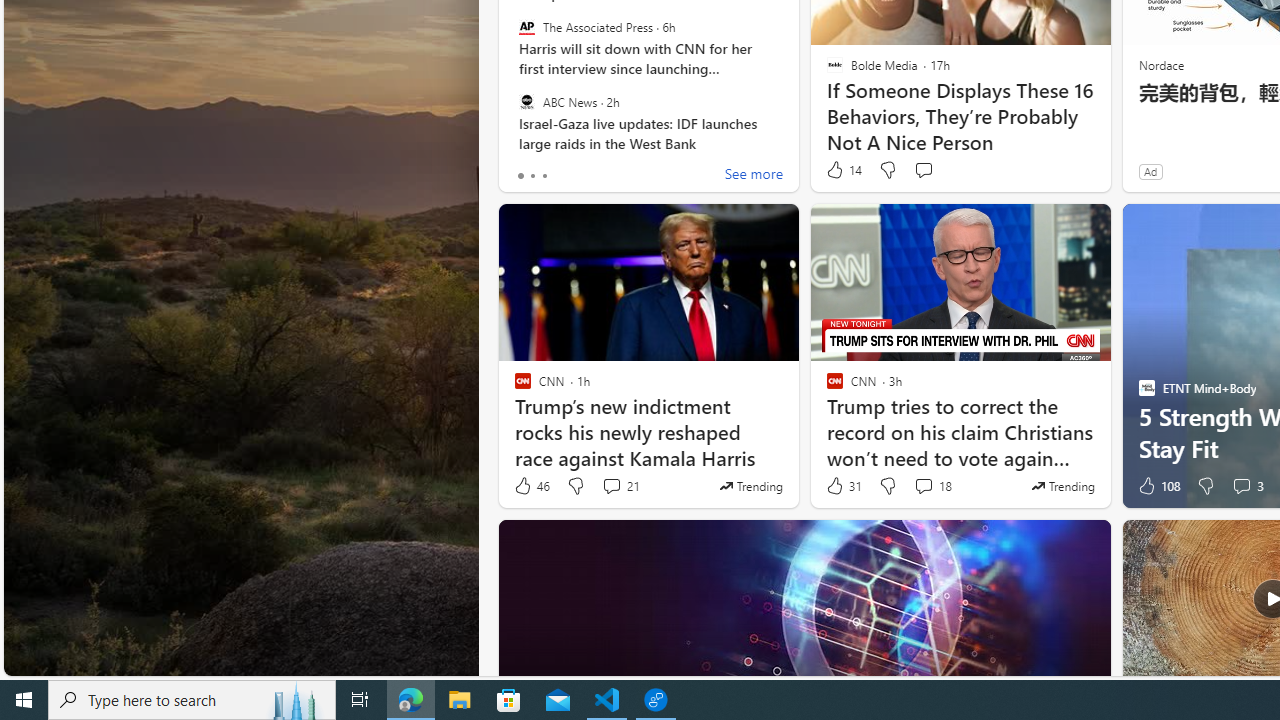  What do you see at coordinates (1240, 486) in the screenshot?
I see `'View comments 3 Comment'` at bounding box center [1240, 486].